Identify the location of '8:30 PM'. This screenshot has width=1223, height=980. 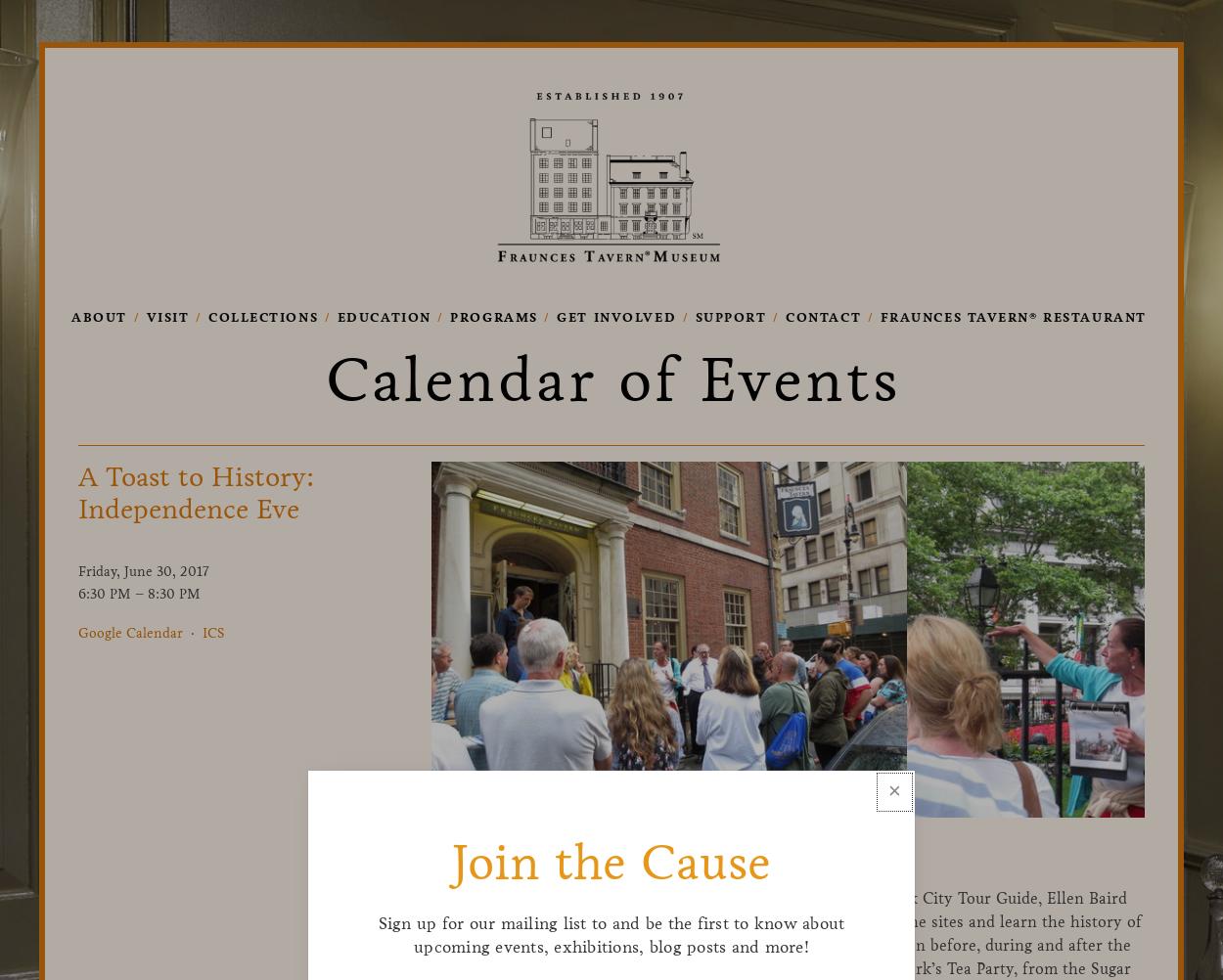
(174, 593).